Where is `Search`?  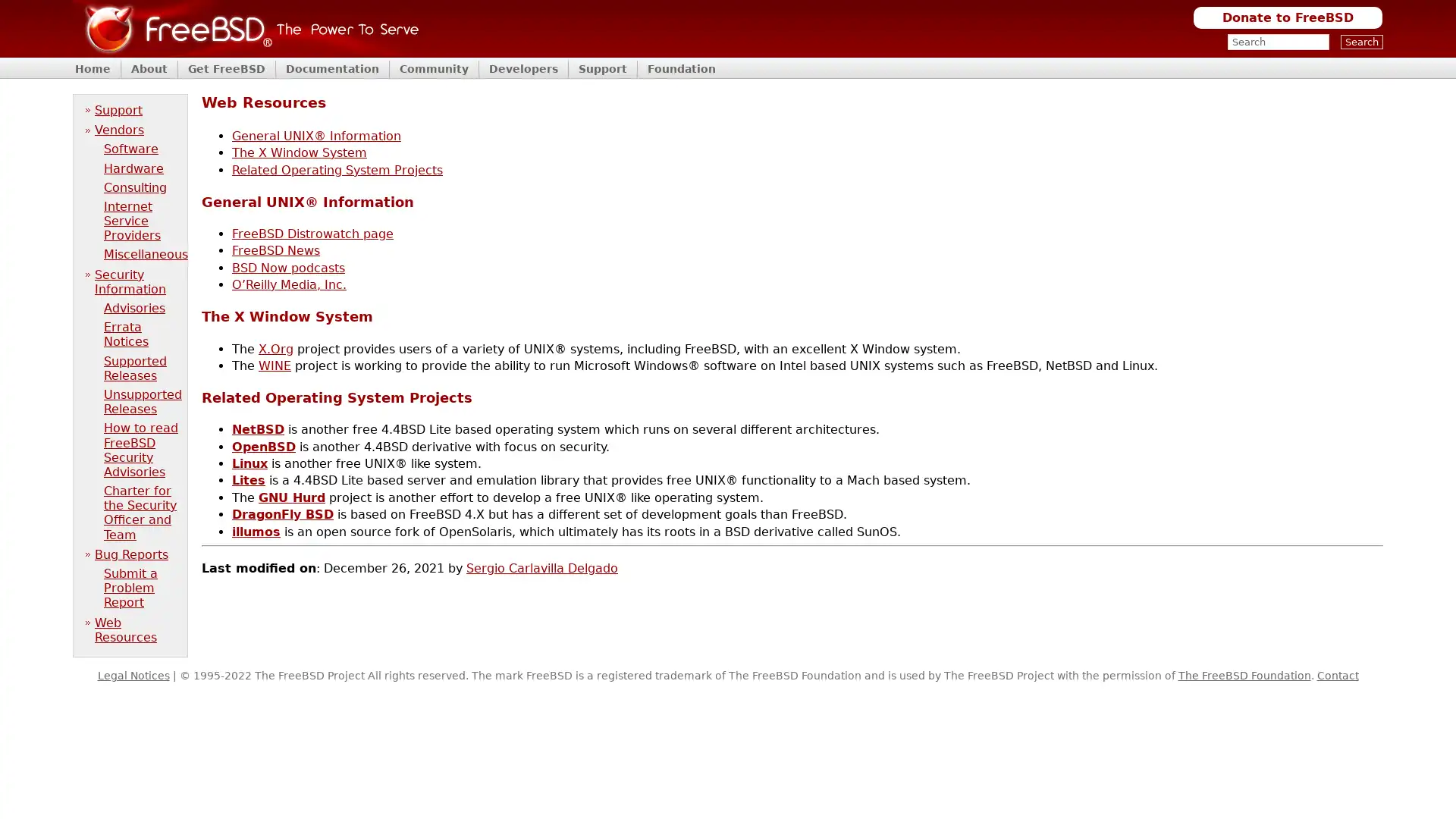
Search is located at coordinates (1361, 41).